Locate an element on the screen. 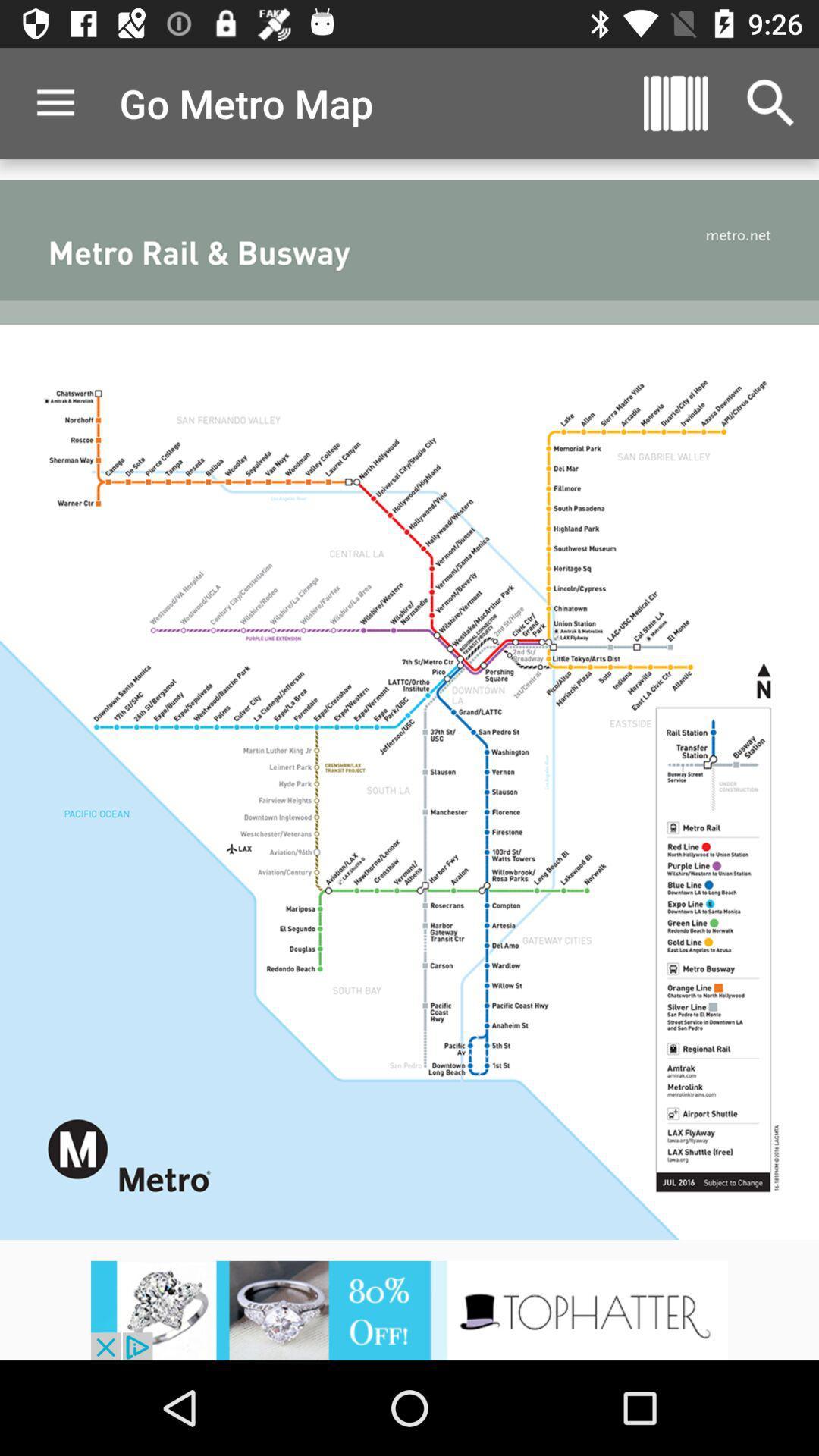 The height and width of the screenshot is (1456, 819). open advertisement is located at coordinates (409, 1310).